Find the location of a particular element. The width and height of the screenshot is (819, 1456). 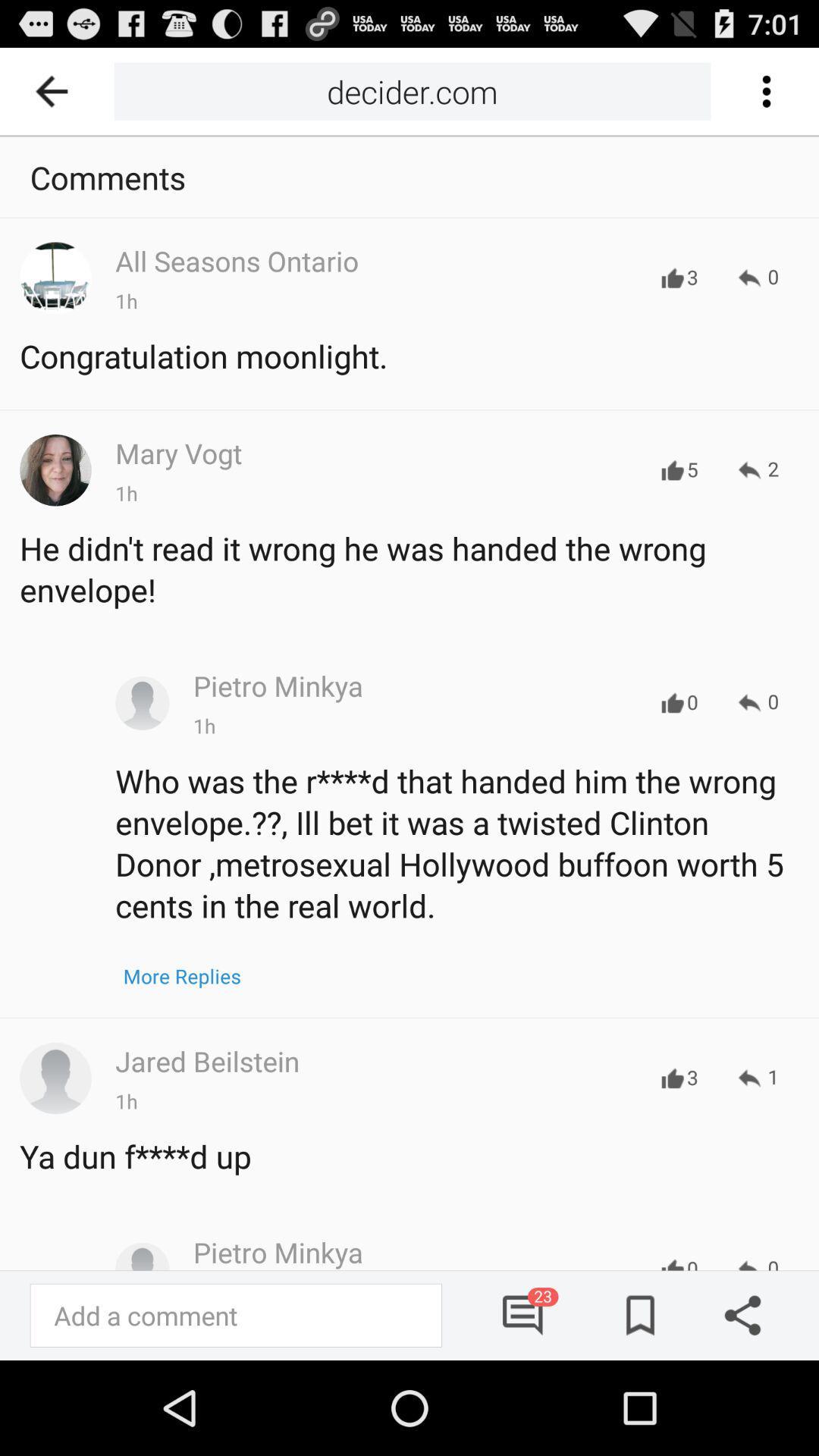

item to the right of add a comment is located at coordinates (523, 1314).